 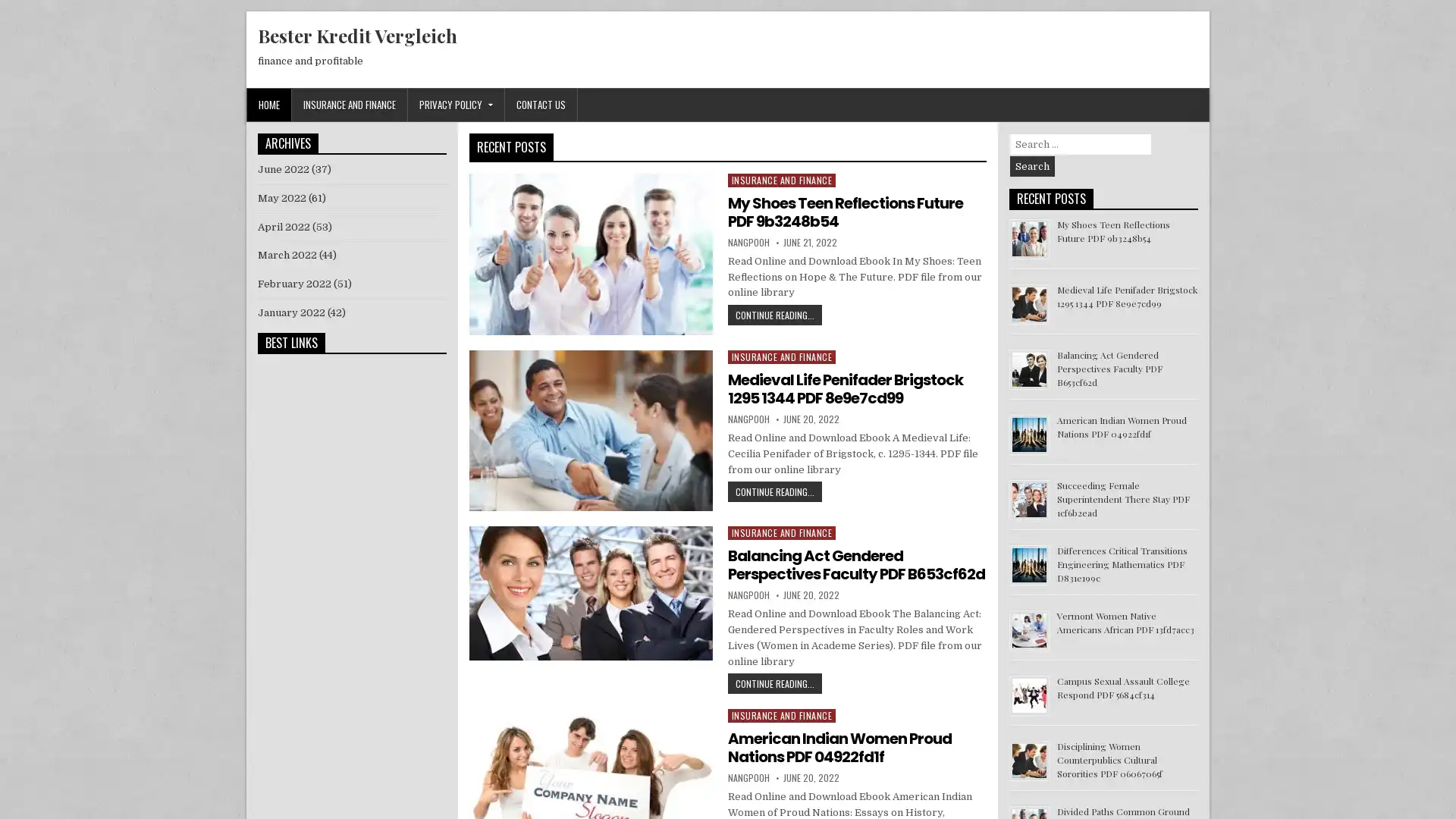 I want to click on Search, so click(x=1031, y=166).